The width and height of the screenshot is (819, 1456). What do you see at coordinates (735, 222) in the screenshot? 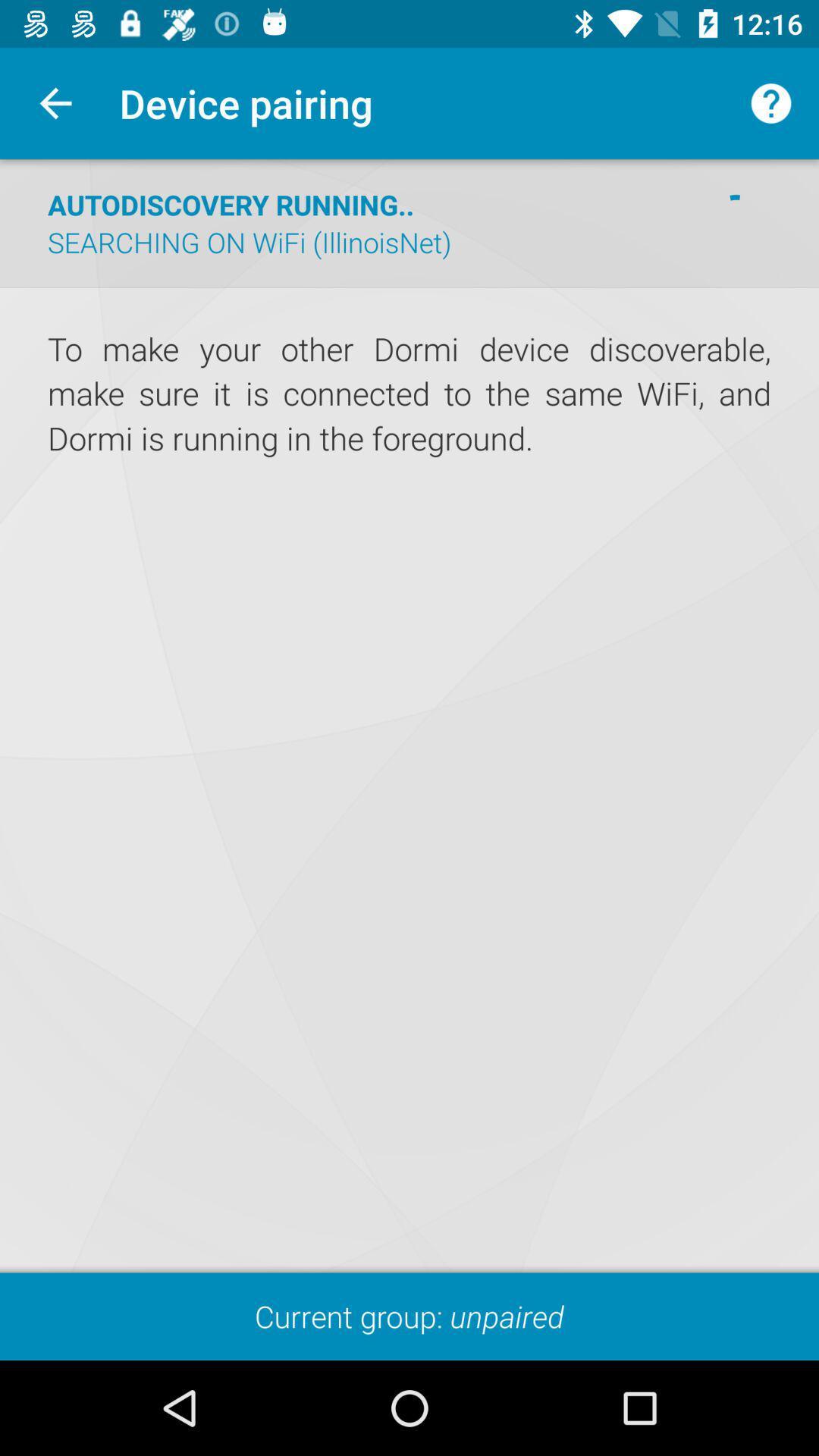
I see `the item to the right of the searching on wifi icon` at bounding box center [735, 222].